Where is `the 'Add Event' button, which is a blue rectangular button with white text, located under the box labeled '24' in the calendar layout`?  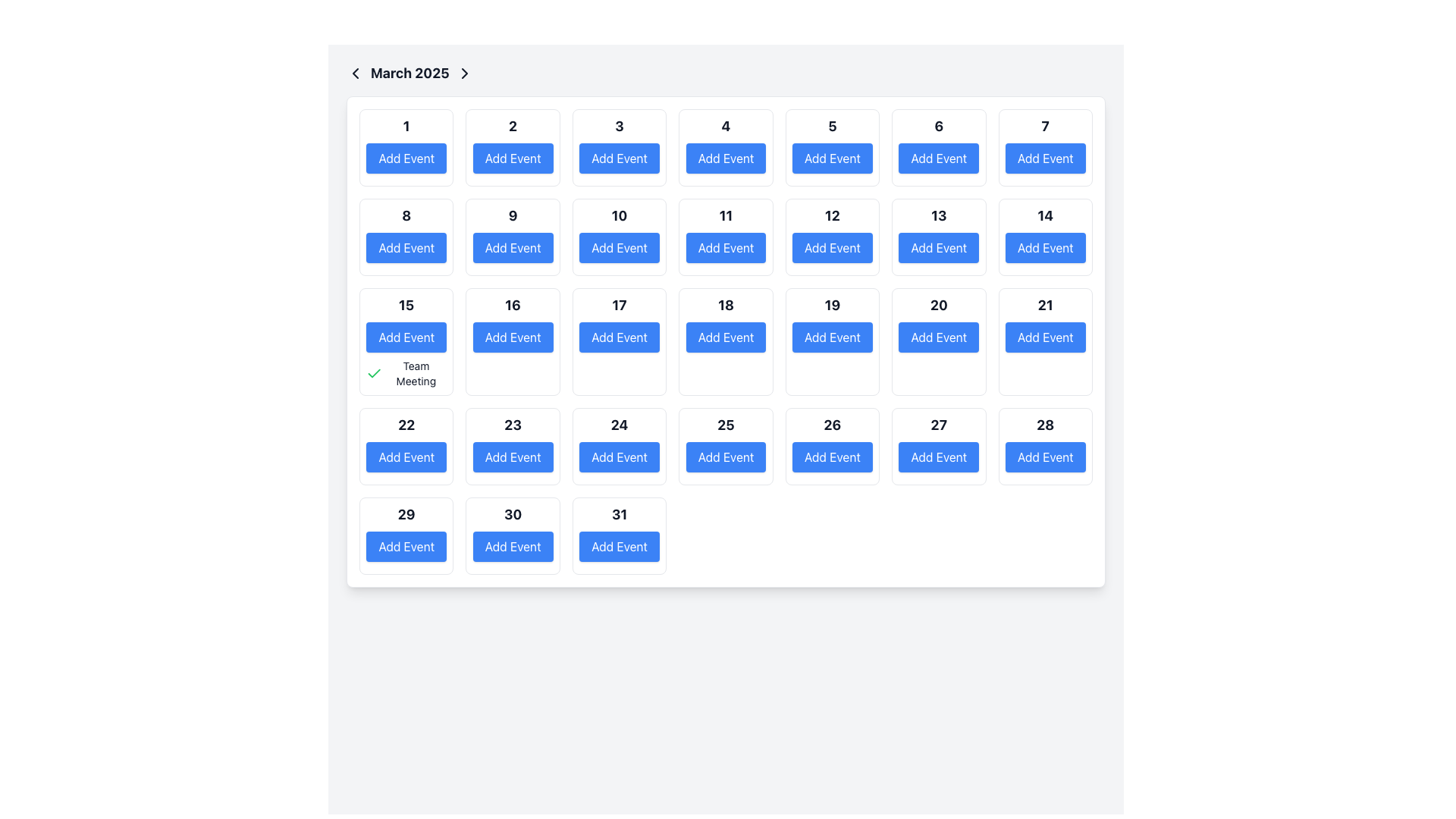
the 'Add Event' button, which is a blue rectangular button with white text, located under the box labeled '24' in the calendar layout is located at coordinates (620, 456).